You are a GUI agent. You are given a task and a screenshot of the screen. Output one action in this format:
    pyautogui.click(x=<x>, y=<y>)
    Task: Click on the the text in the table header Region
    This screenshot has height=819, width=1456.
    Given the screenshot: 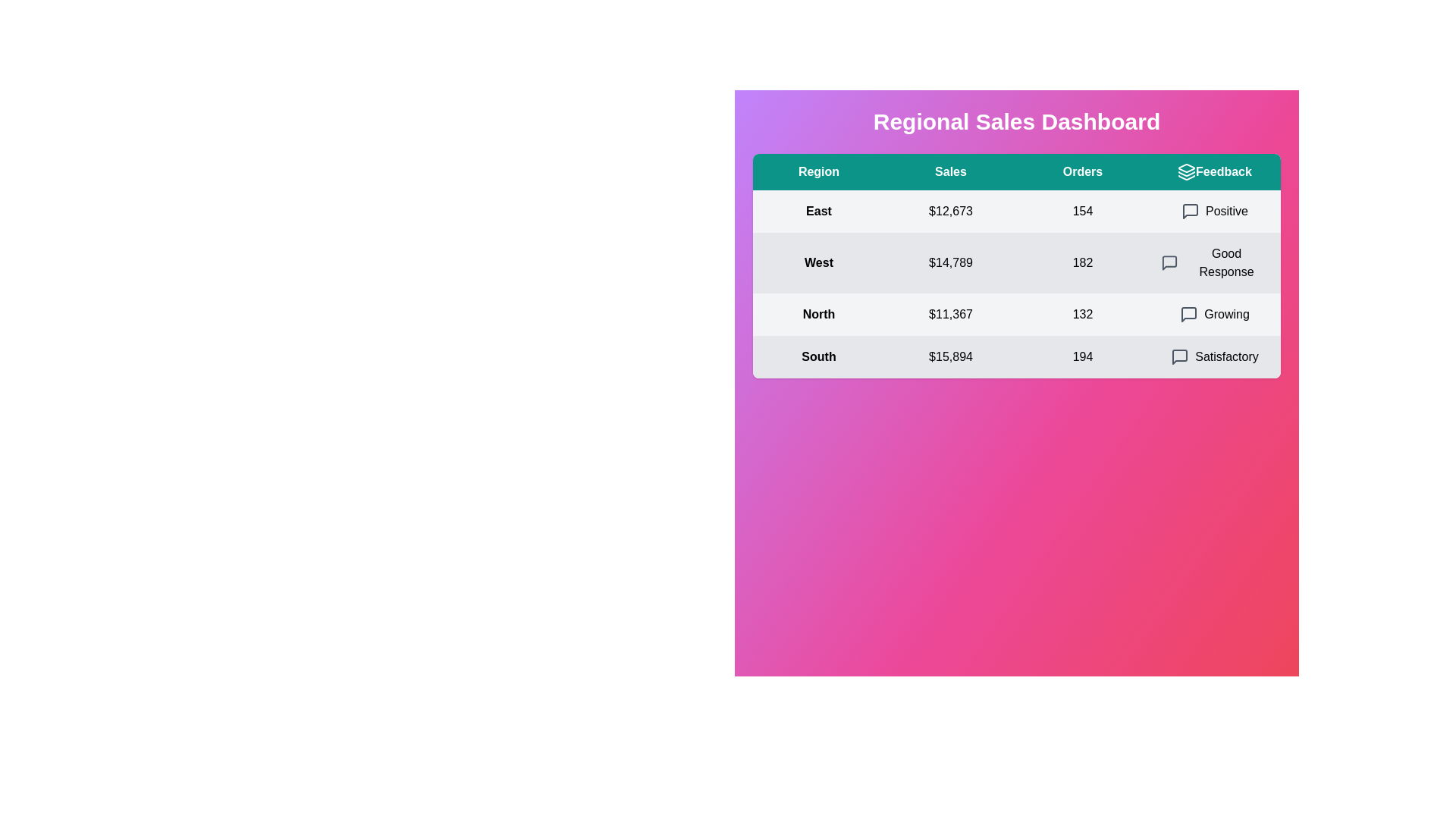 What is the action you would take?
    pyautogui.click(x=818, y=171)
    